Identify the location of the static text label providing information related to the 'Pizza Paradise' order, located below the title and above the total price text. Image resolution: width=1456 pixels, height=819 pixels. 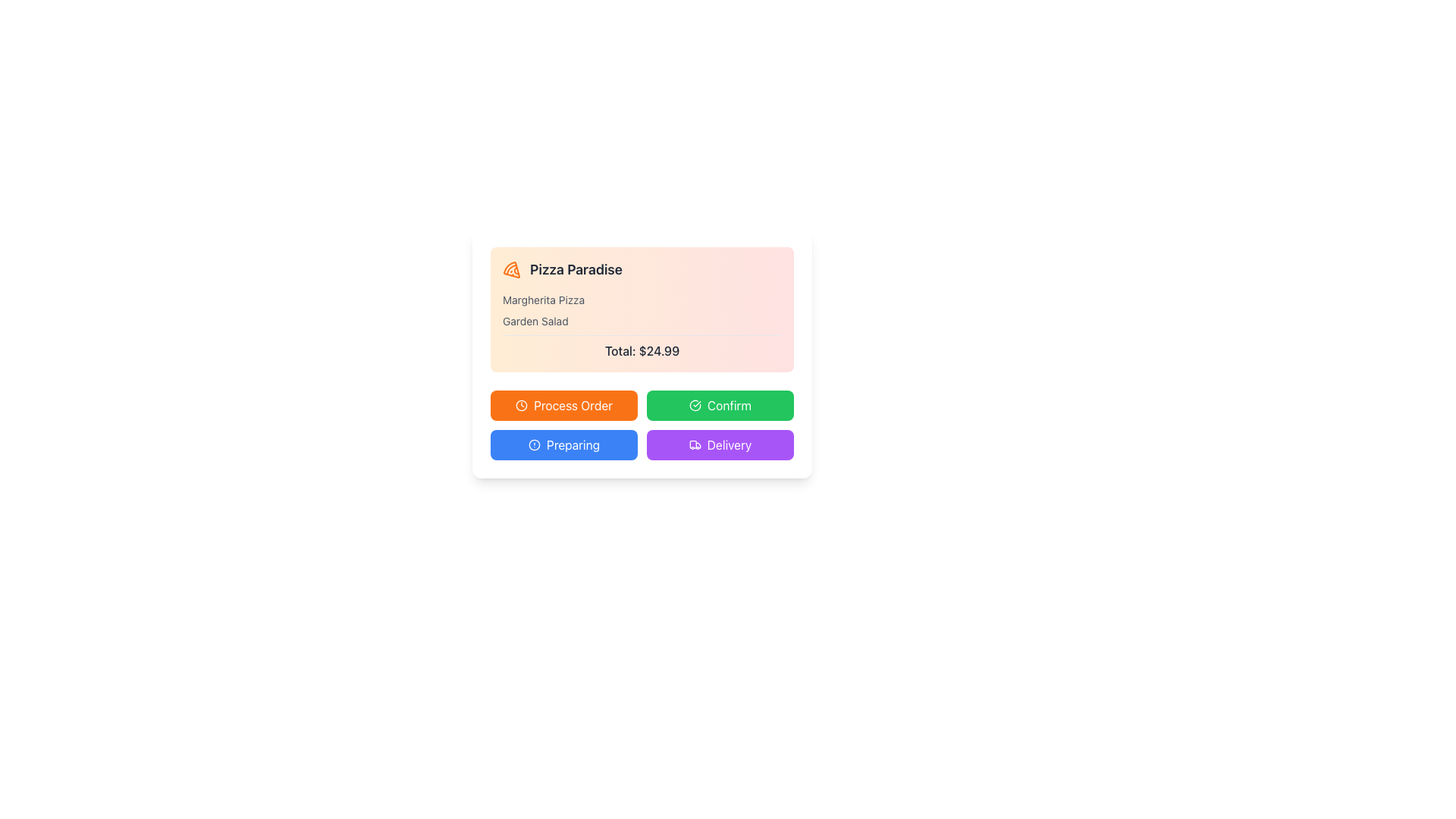
(535, 321).